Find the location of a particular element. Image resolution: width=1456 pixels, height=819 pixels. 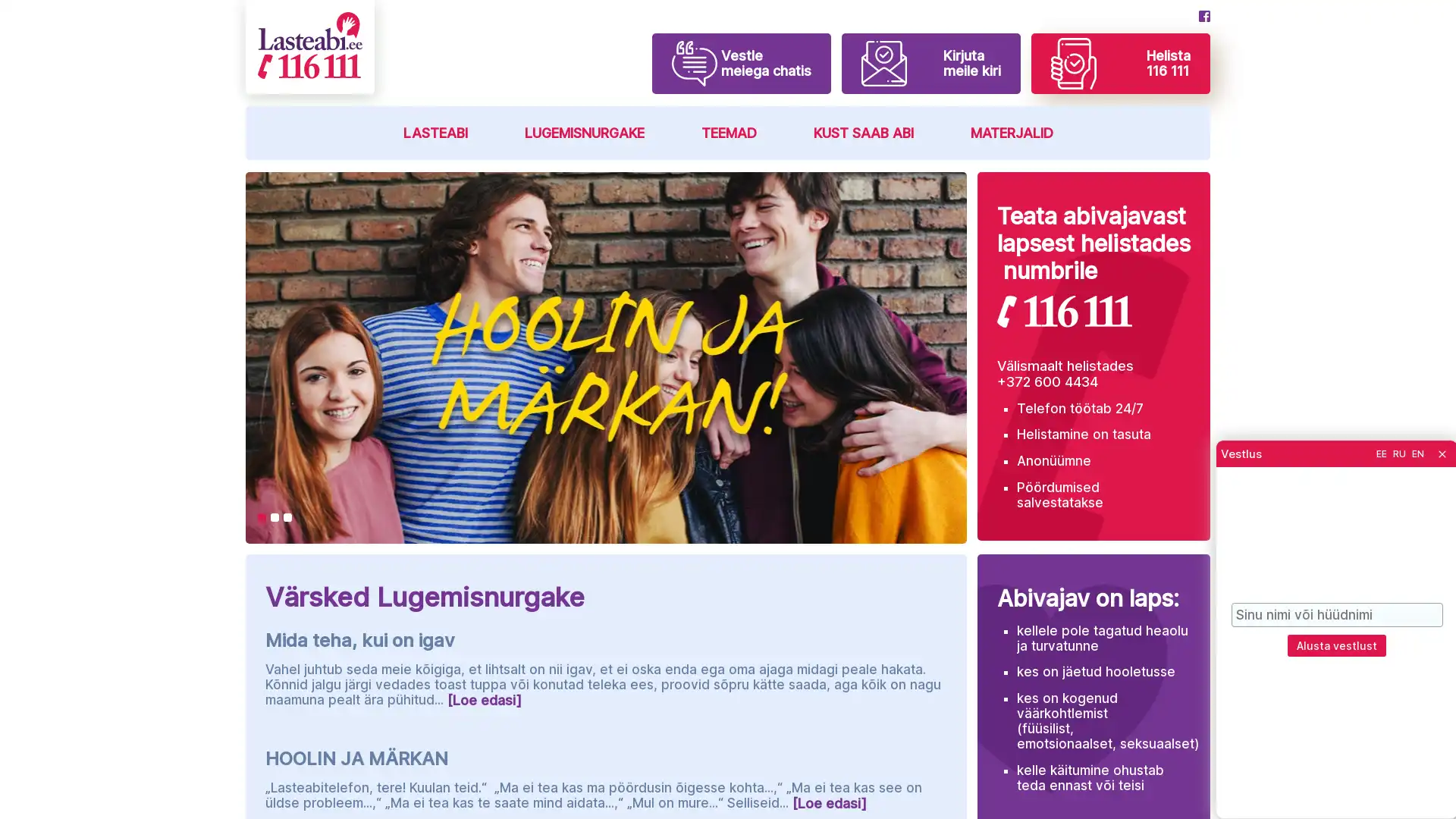

Alusta vestlust is located at coordinates (1336, 645).